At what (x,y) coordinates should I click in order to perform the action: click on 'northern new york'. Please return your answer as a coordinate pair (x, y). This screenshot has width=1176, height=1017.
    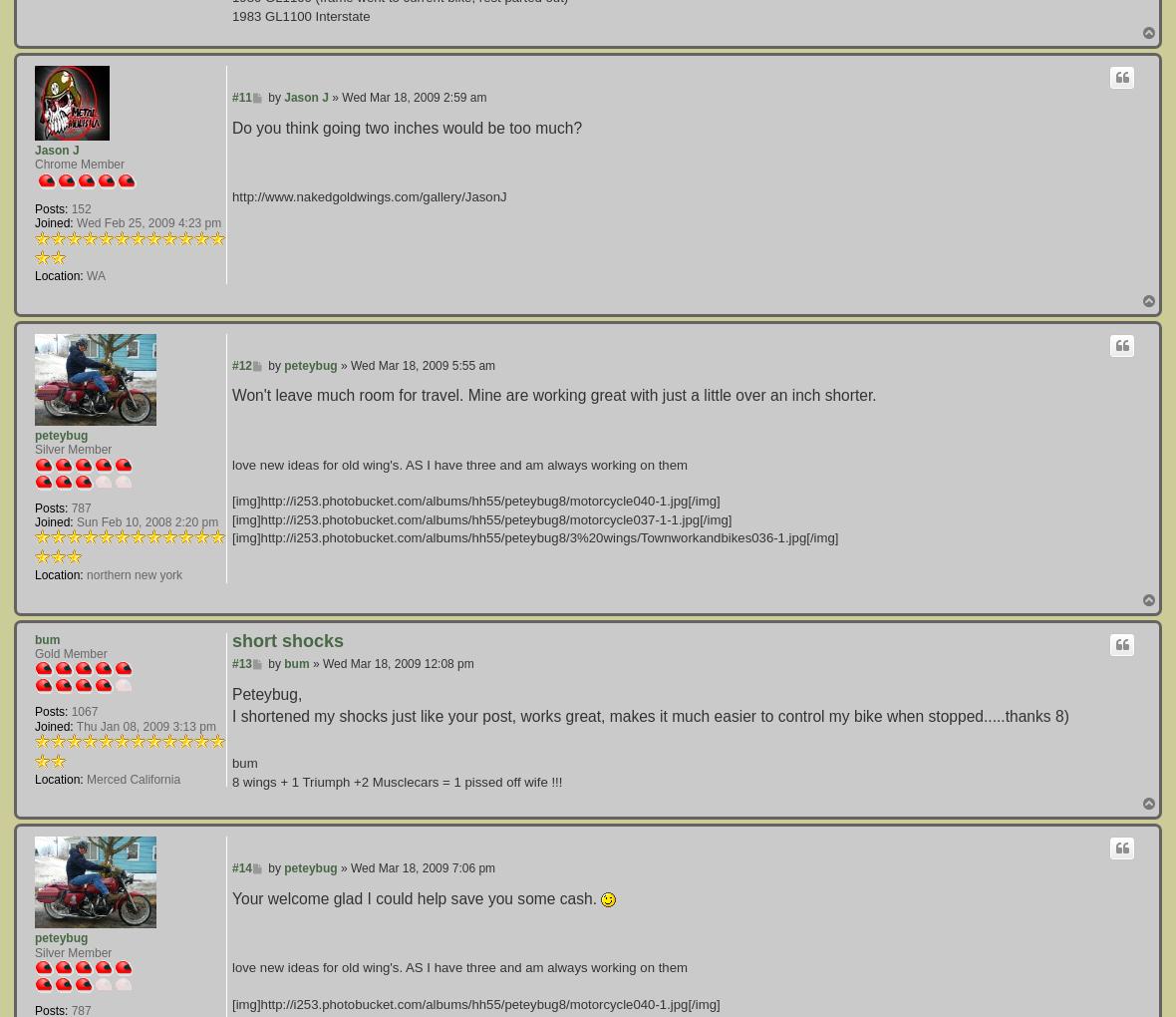
    Looking at the image, I should click on (131, 575).